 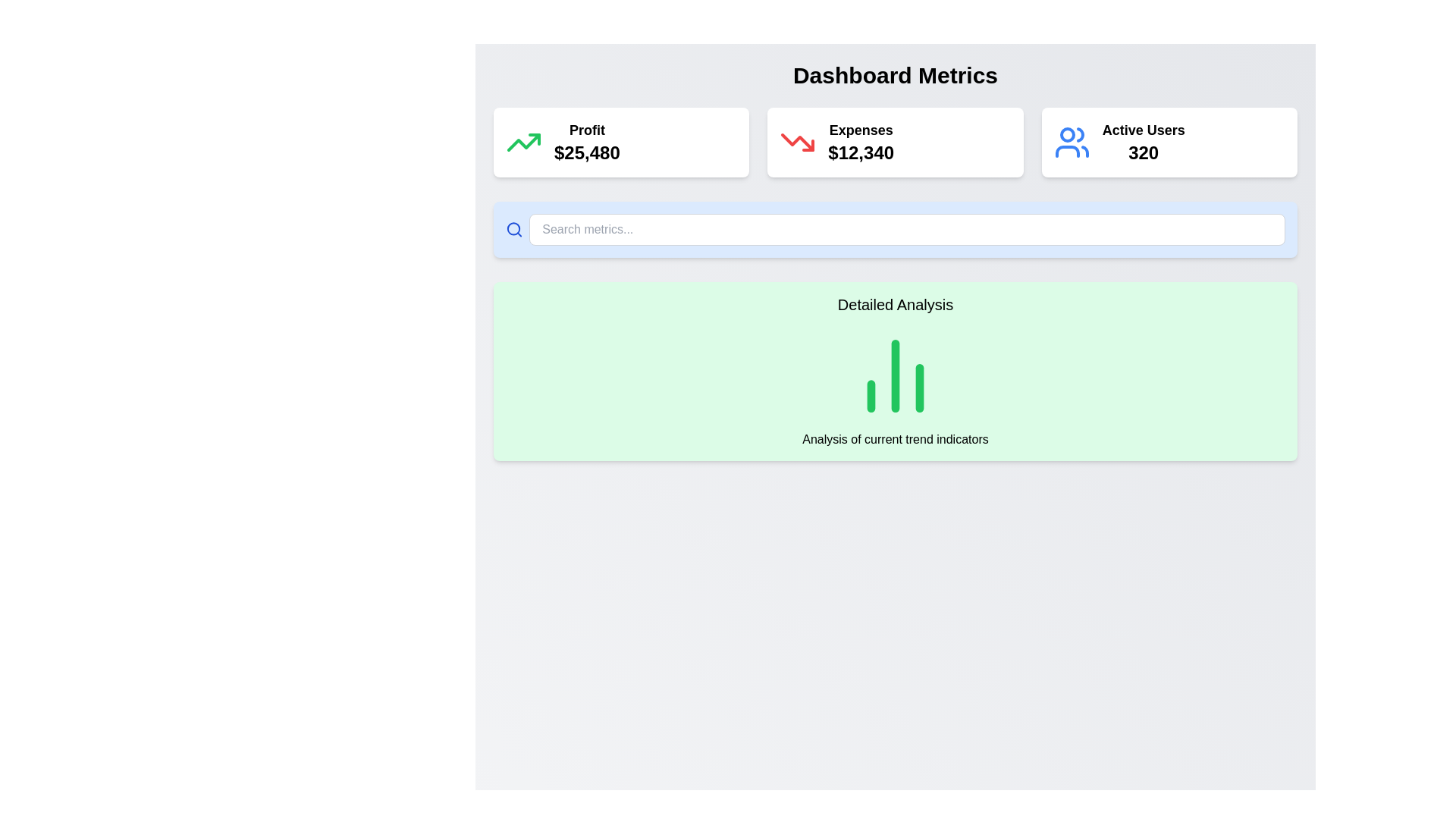 What do you see at coordinates (513, 229) in the screenshot?
I see `the circular part of the SVG-based magnifying glass icon, which is located on the left side of the search bar near the top center of the interface` at bounding box center [513, 229].